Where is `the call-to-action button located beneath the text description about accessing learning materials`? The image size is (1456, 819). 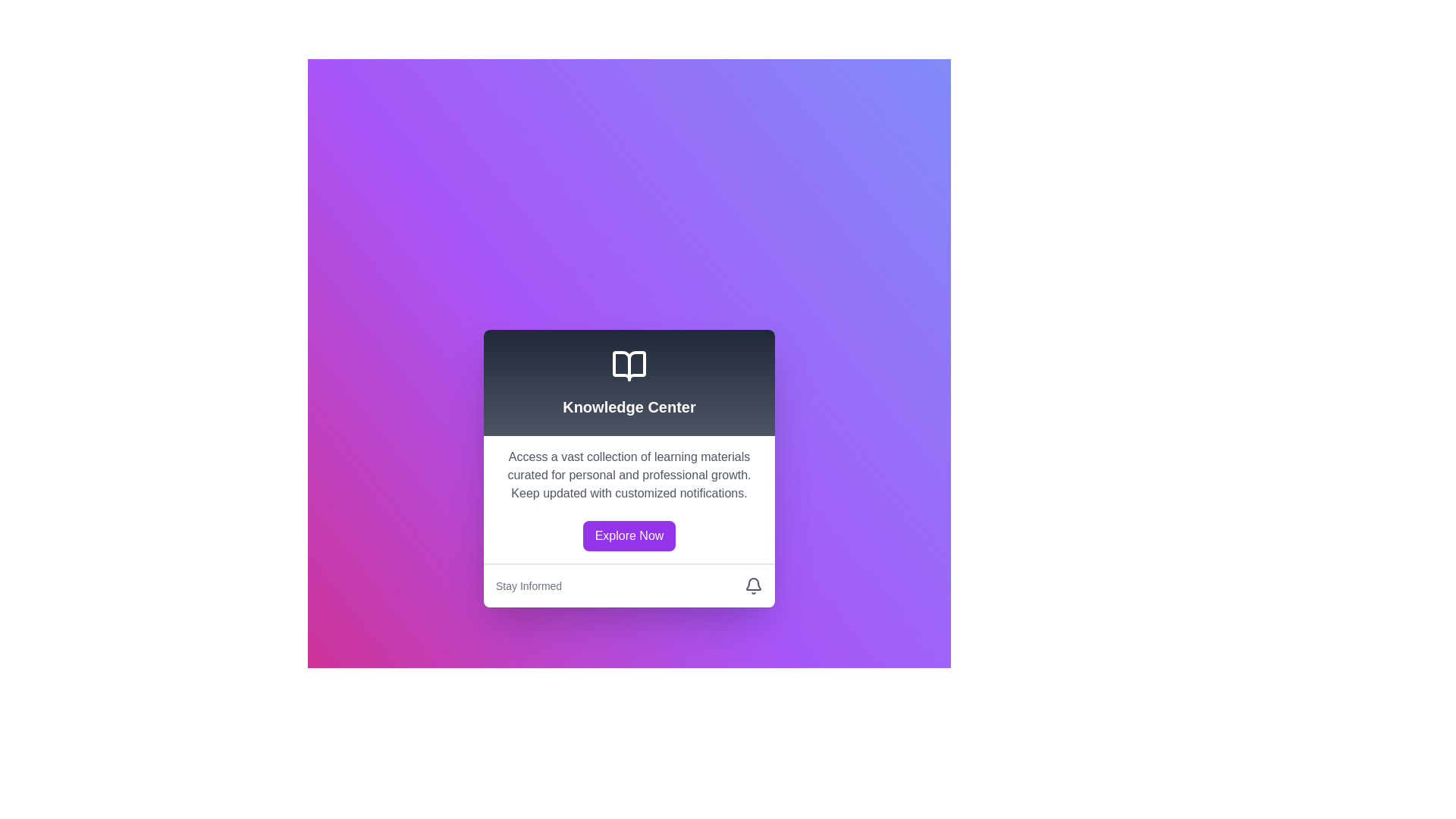
the call-to-action button located beneath the text description about accessing learning materials is located at coordinates (629, 535).